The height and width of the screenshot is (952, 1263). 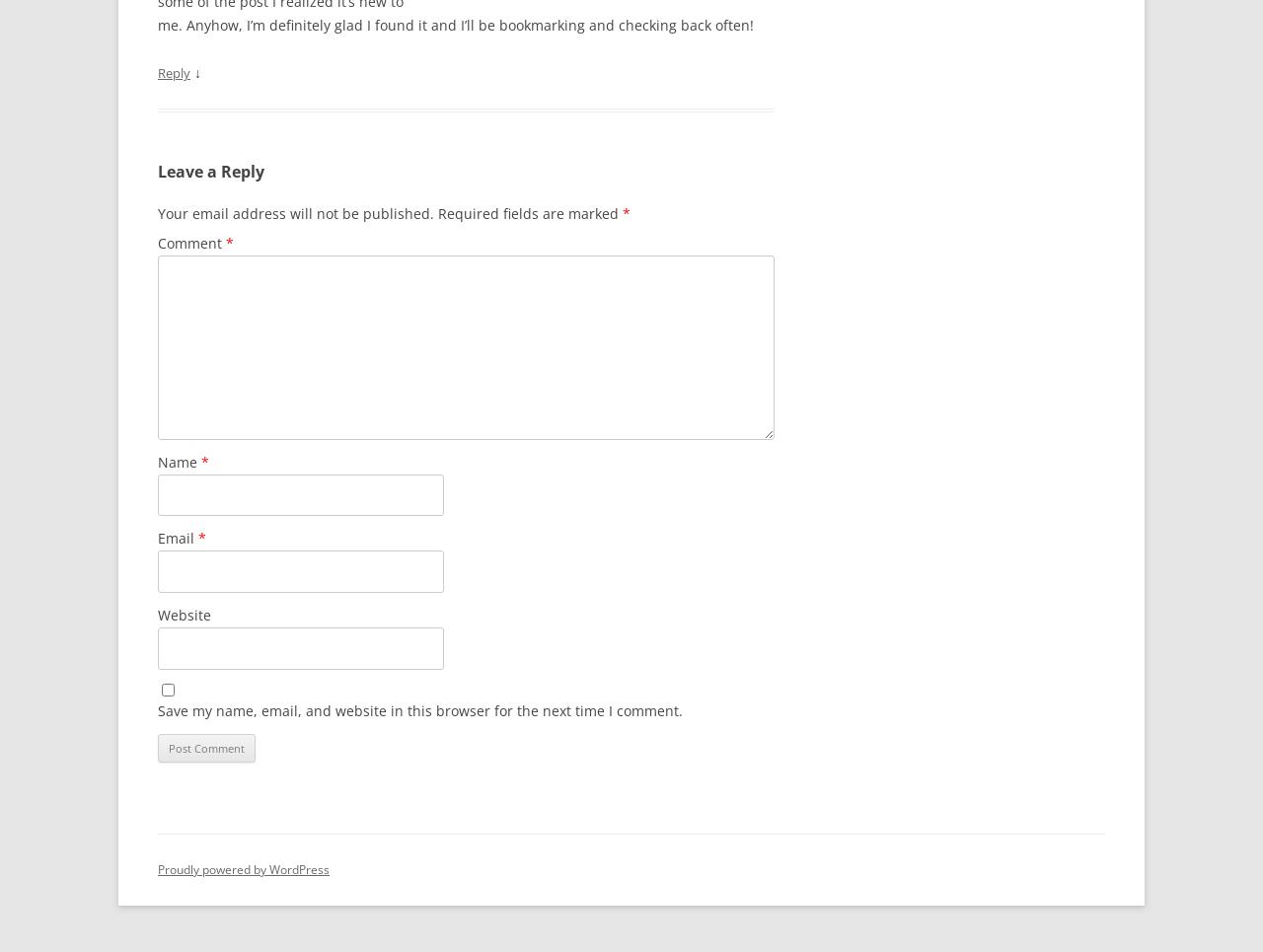 What do you see at coordinates (211, 170) in the screenshot?
I see `'Leave a Reply'` at bounding box center [211, 170].